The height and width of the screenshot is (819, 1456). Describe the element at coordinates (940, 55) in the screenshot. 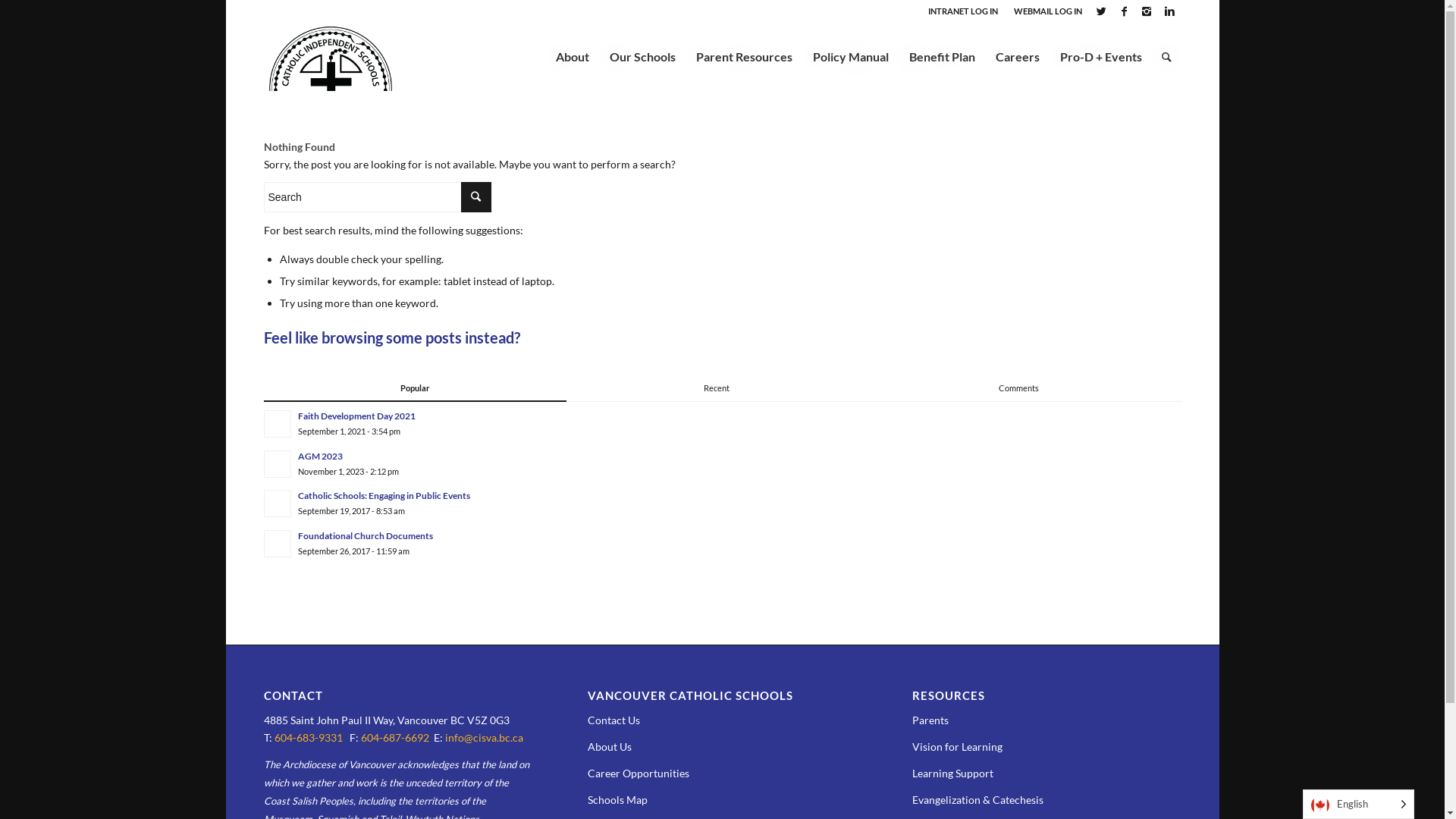

I see `'Benefit Plan'` at that location.